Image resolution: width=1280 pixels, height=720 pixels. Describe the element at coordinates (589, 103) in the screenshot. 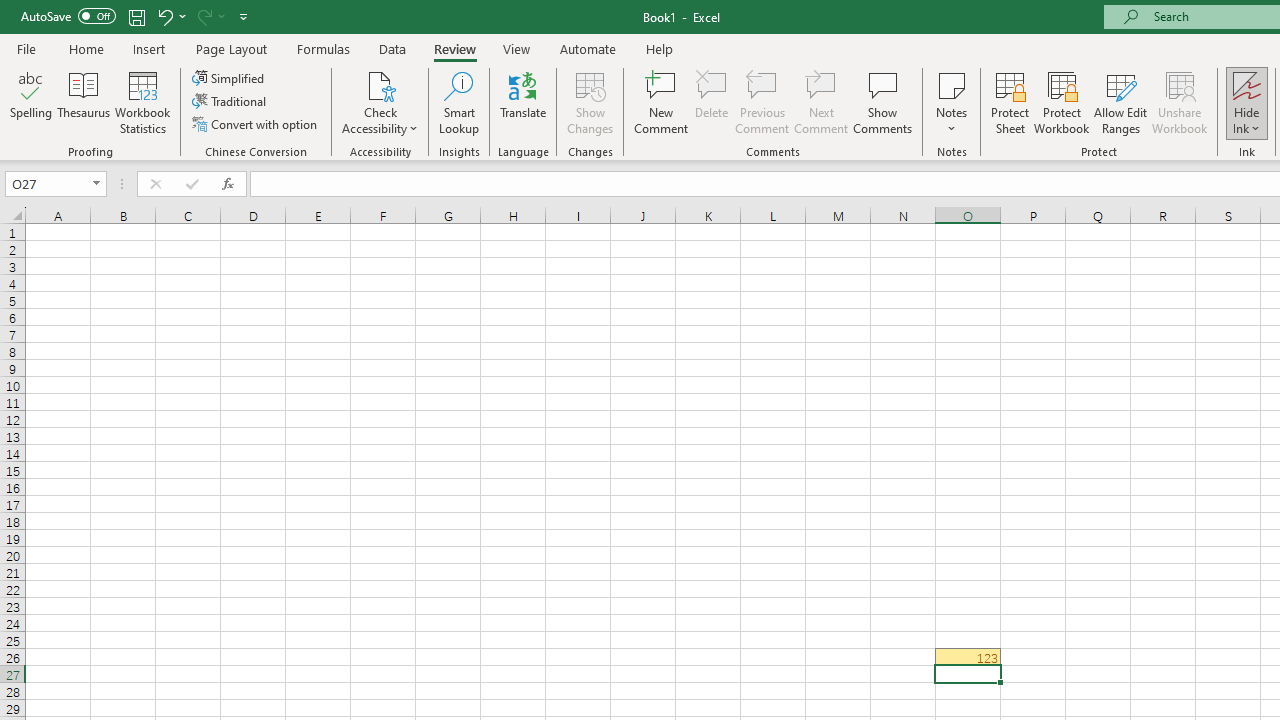

I see `'Show Changes'` at that location.